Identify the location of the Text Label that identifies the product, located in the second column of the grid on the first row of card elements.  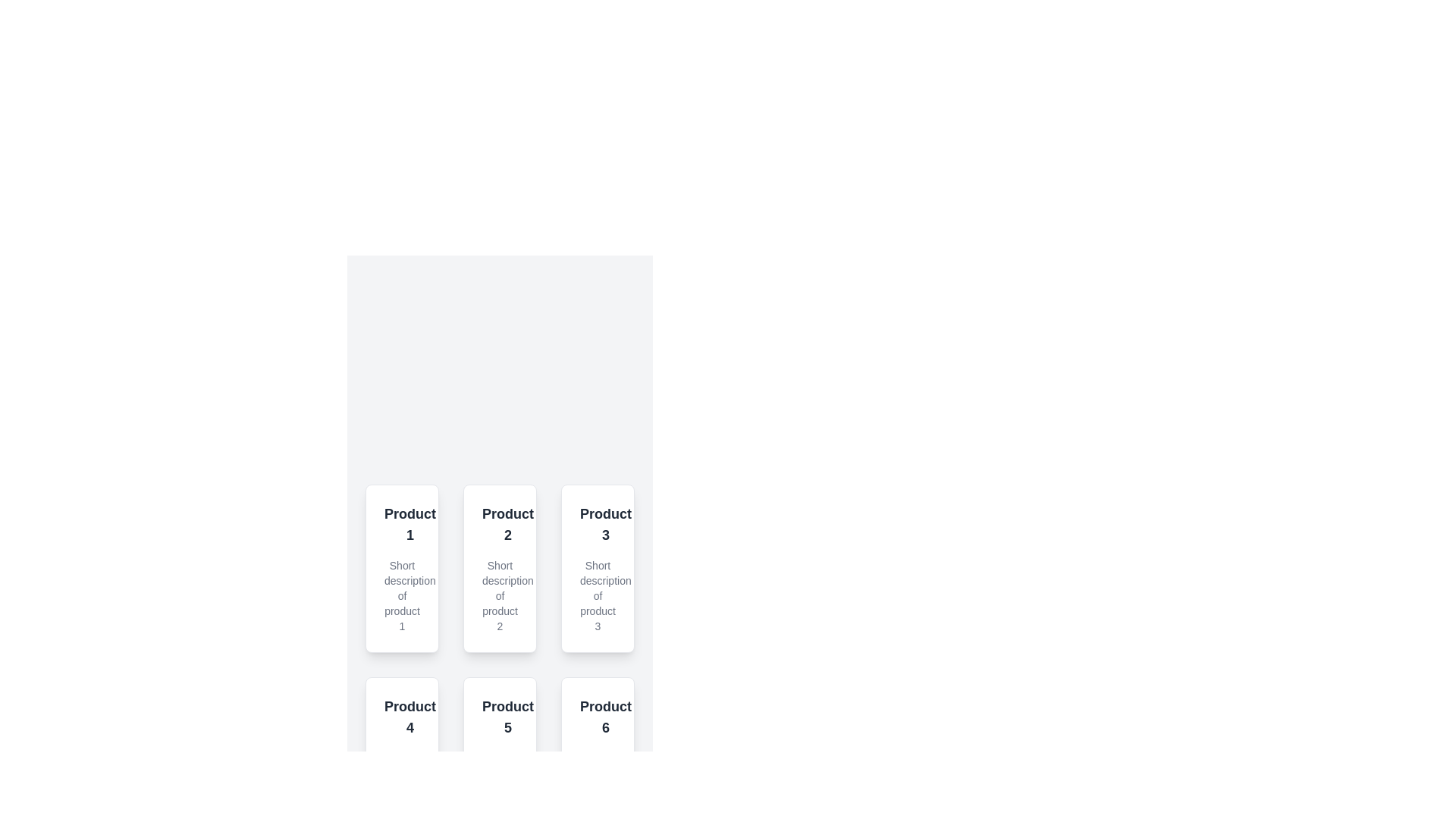
(508, 523).